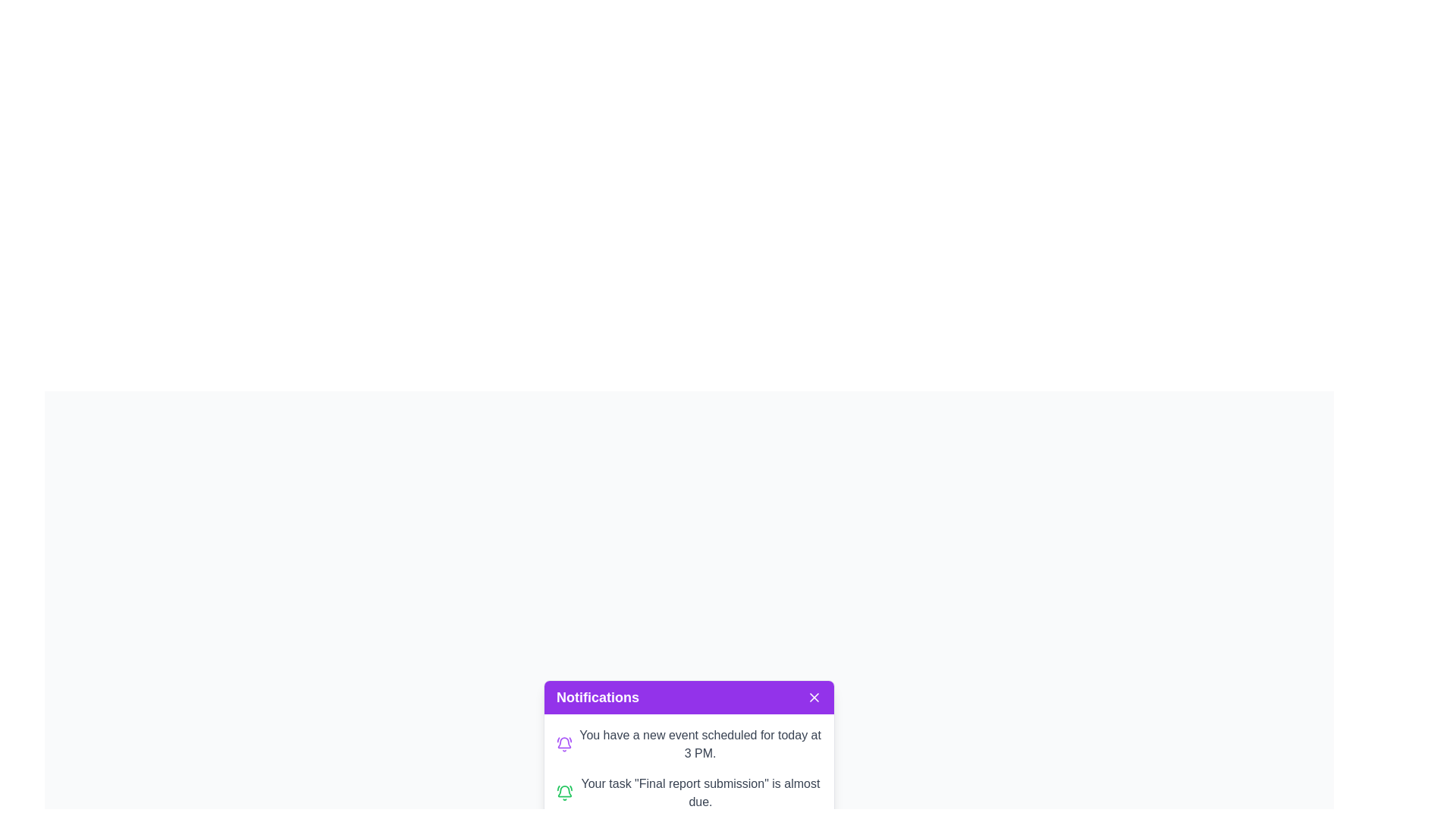 Image resolution: width=1456 pixels, height=819 pixels. I want to click on the close button located on the top-right side of the purple bar labeled 'Notifications', so click(814, 696).